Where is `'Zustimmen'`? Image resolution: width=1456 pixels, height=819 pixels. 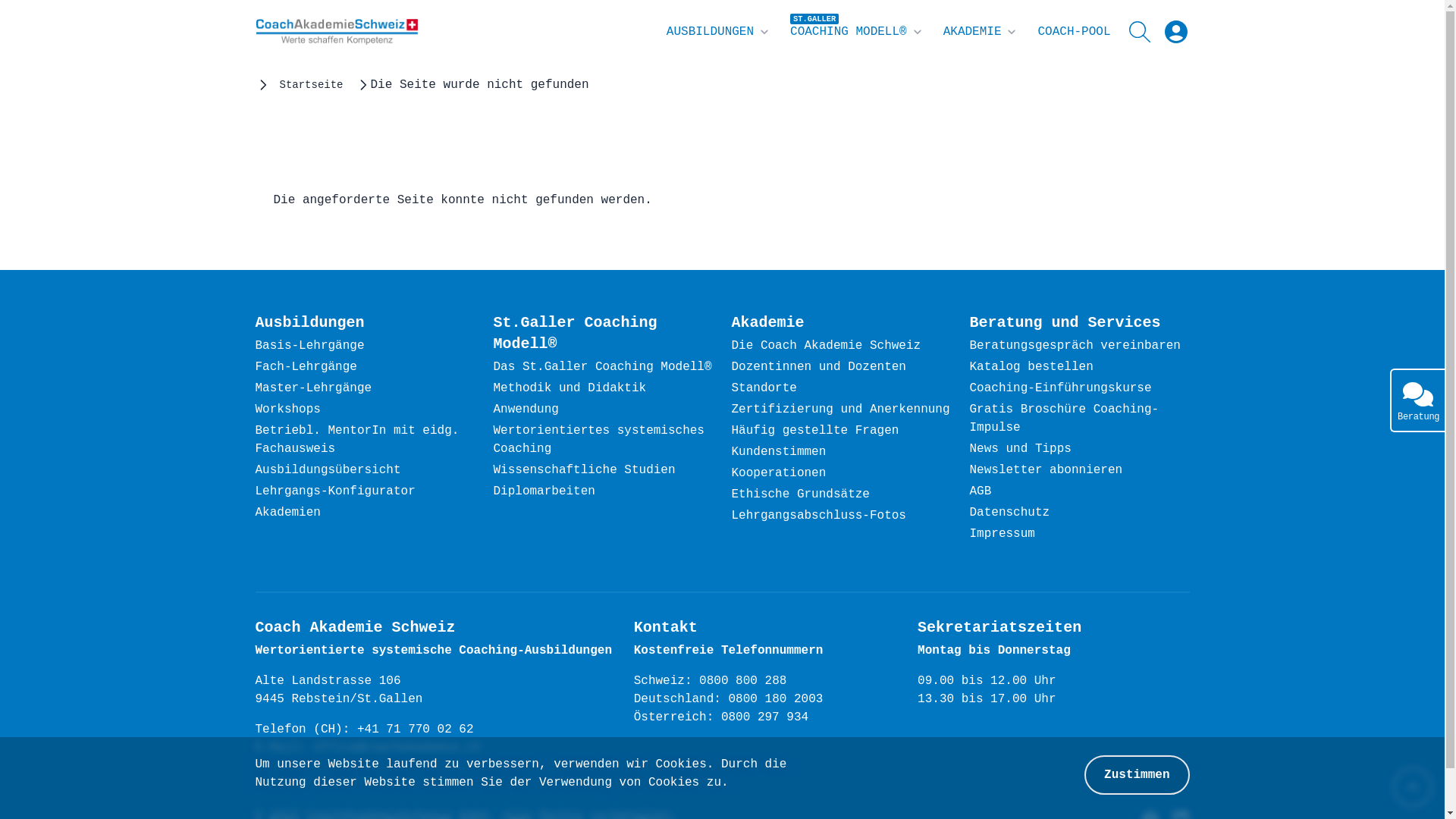
'Zustimmen' is located at coordinates (1084, 775).